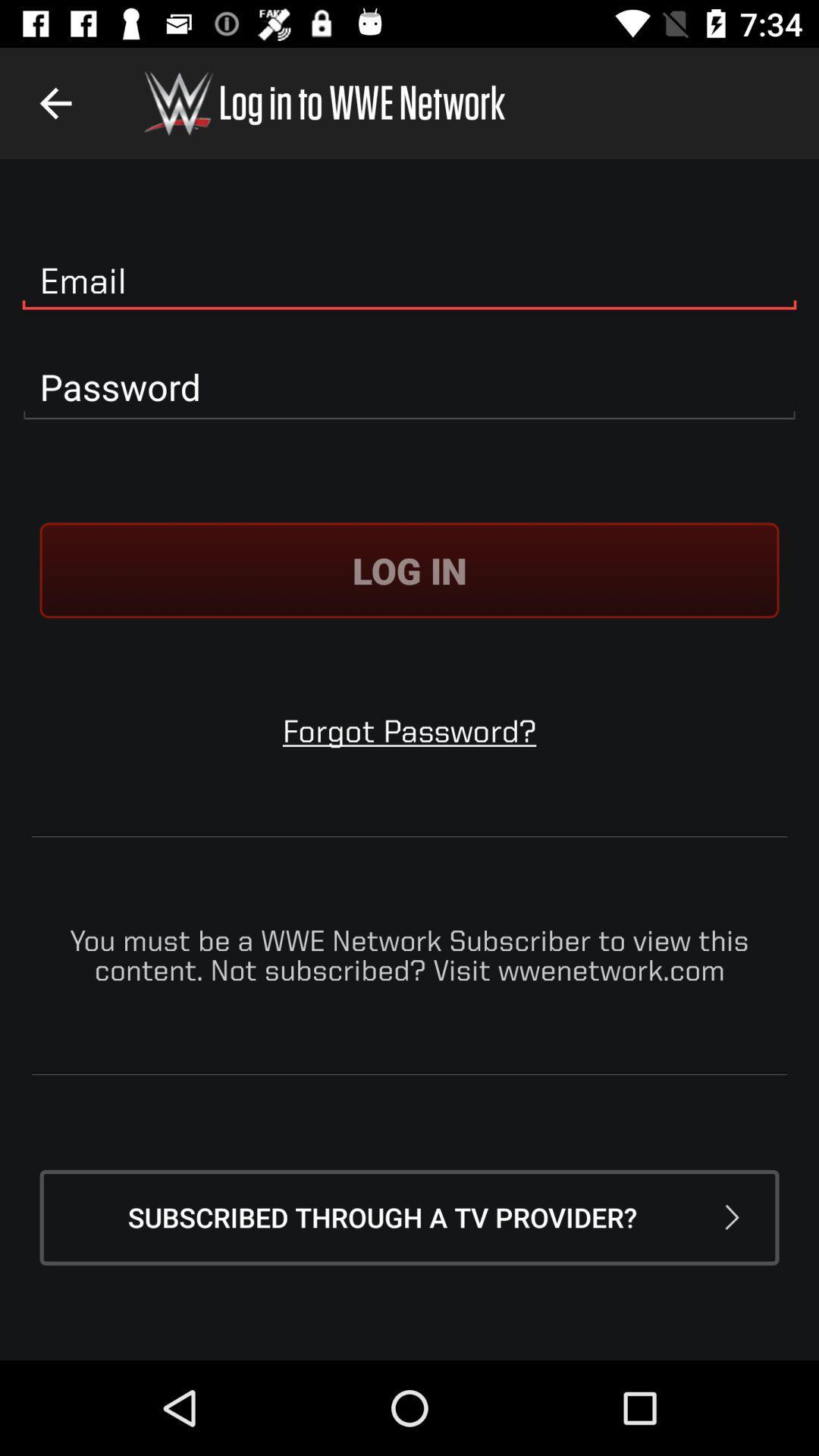 This screenshot has height=1456, width=819. I want to click on forgot password?, so click(409, 730).